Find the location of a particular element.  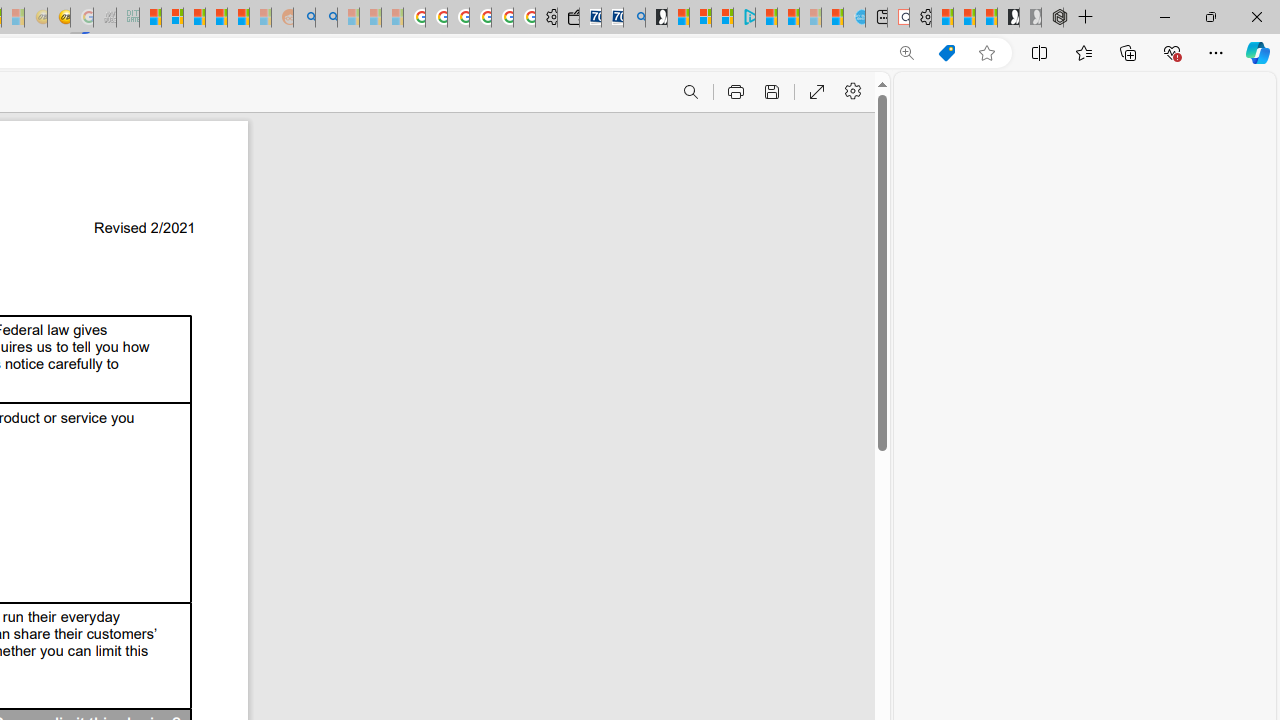

'Enter PDF full screen' is located at coordinates (816, 92).